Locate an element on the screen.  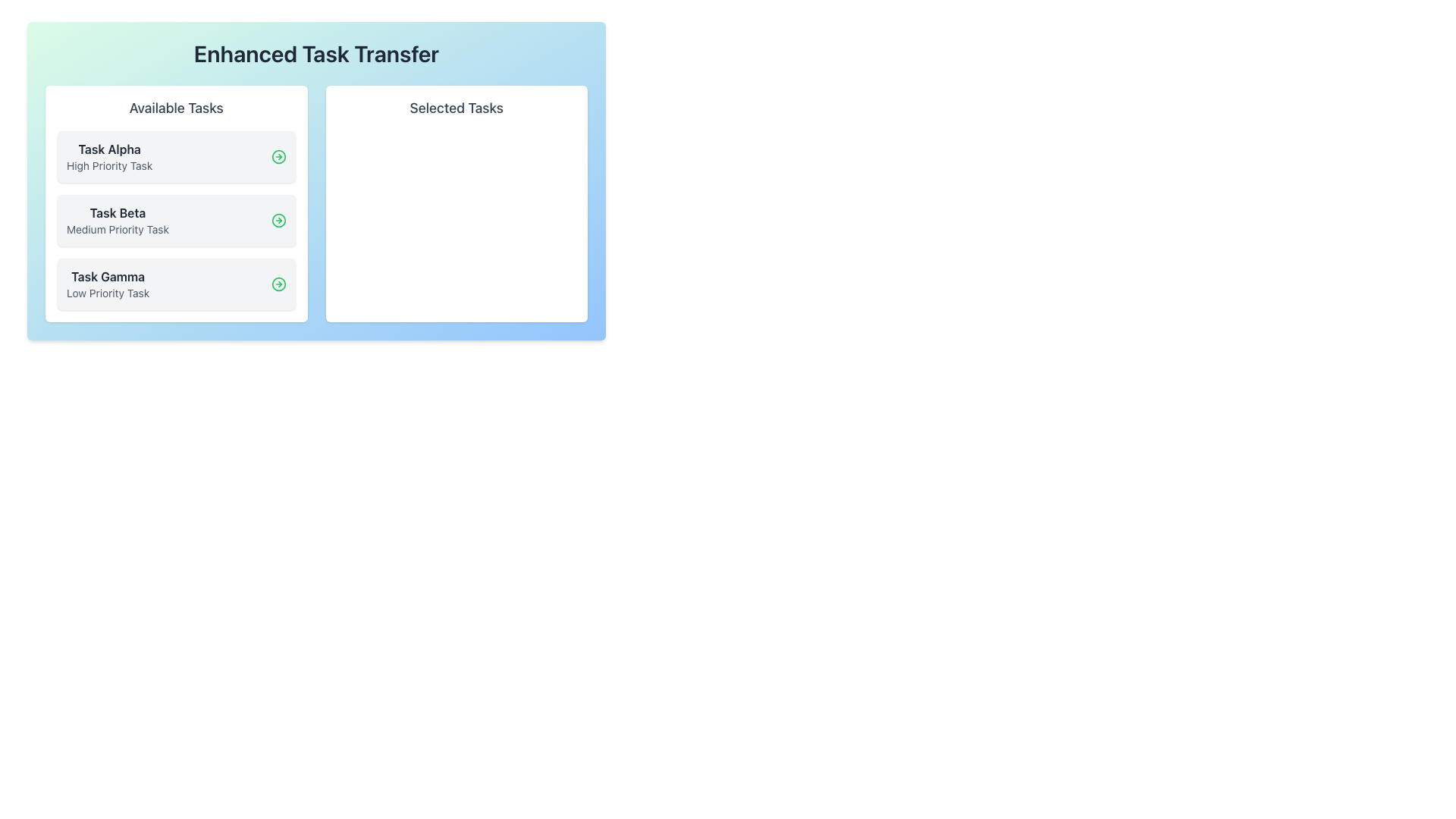
text block labeled 'Task Alpha' with the descriptor 'High Priority Task' to understand the task details is located at coordinates (108, 157).